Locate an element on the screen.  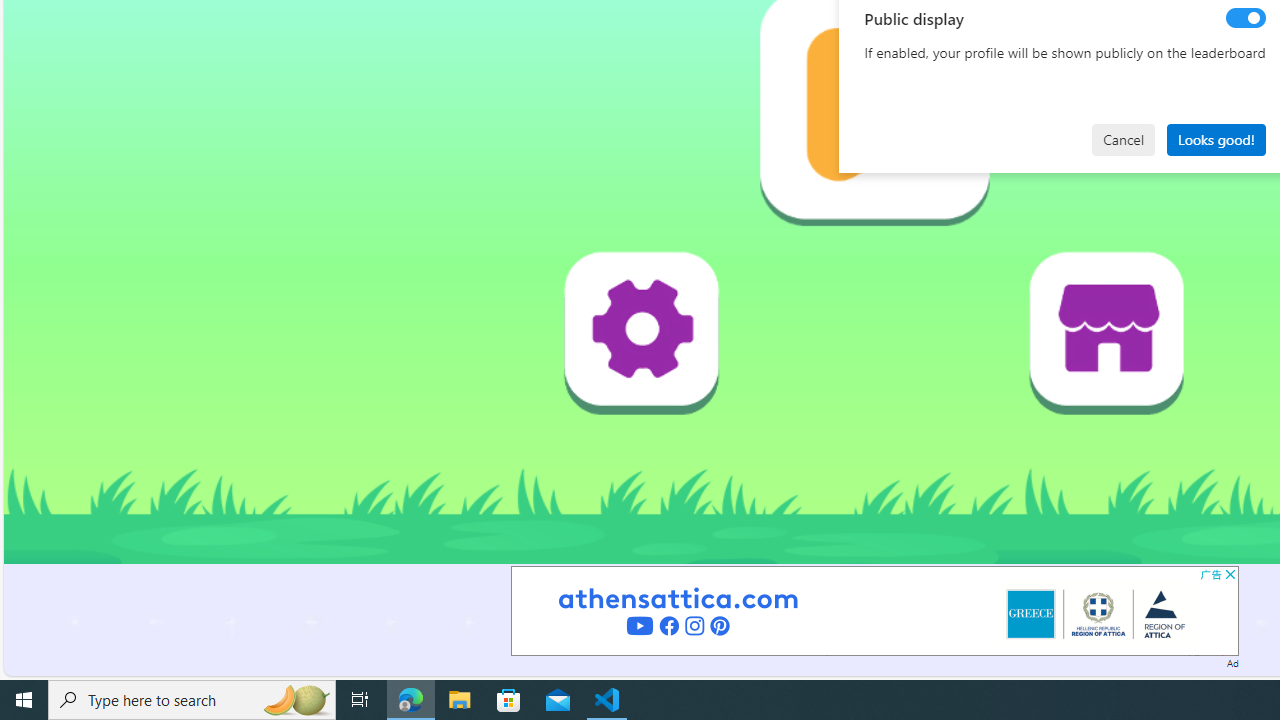
'Visual Studio Code - 1 running window' is located at coordinates (606, 698).